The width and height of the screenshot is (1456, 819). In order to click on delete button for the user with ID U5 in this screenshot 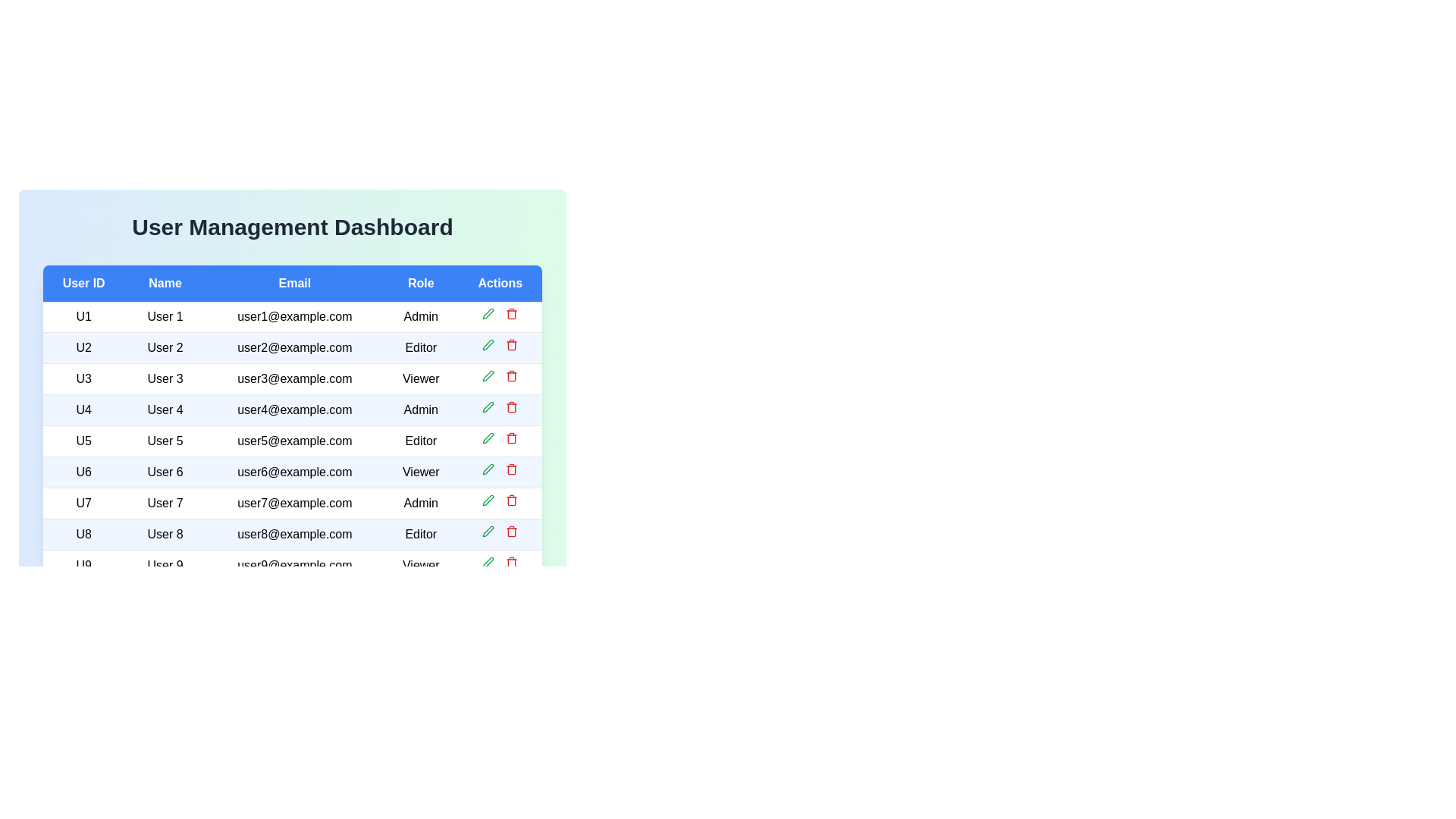, I will do `click(512, 438)`.